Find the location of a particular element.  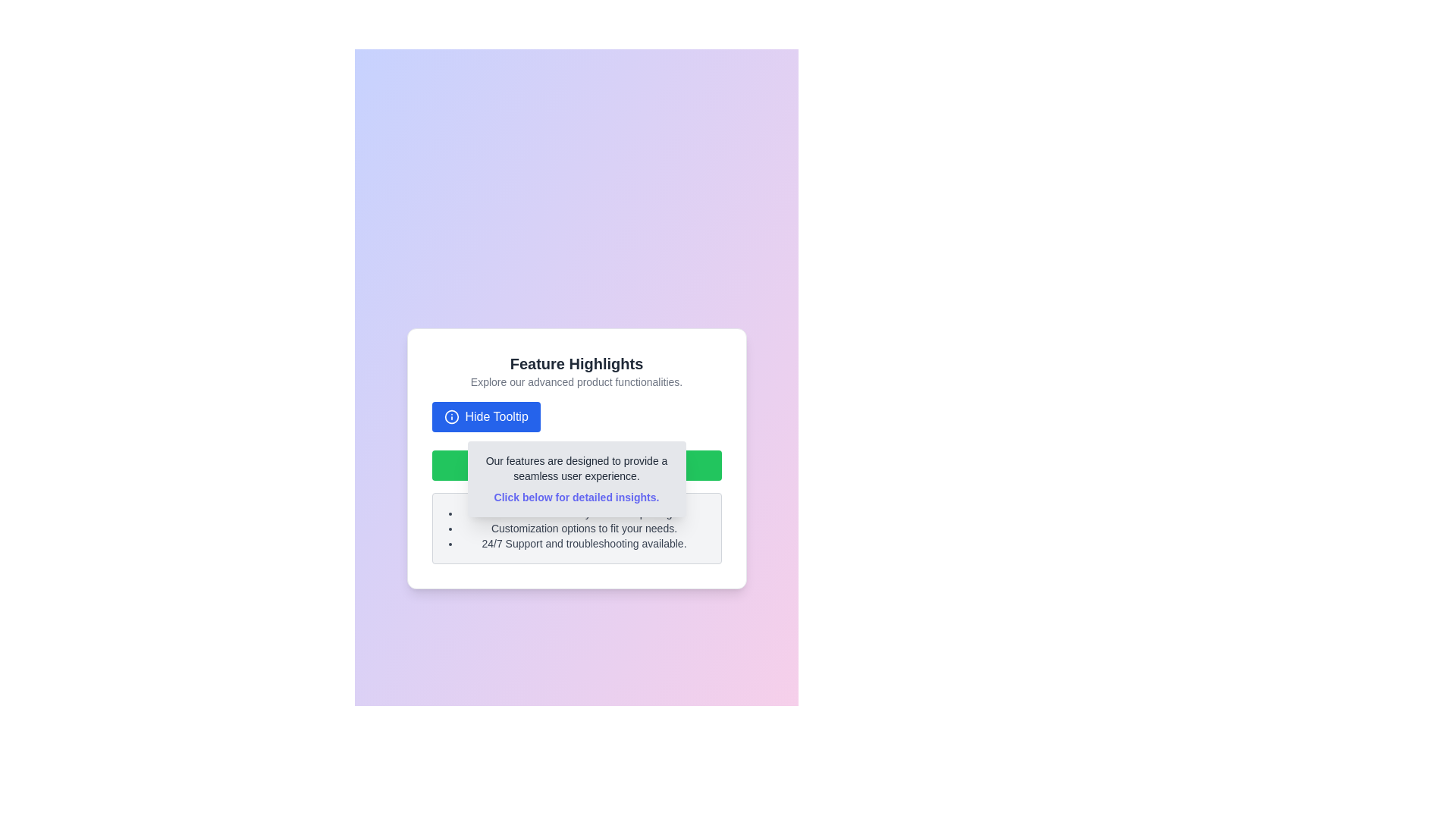

text list item displaying 'Customization options to fit your needs.' which is the second item in the list, located below 'Real-time data analytics and reporting.' and above '24/7 Support and troubleshooting available.' is located at coordinates (583, 528).